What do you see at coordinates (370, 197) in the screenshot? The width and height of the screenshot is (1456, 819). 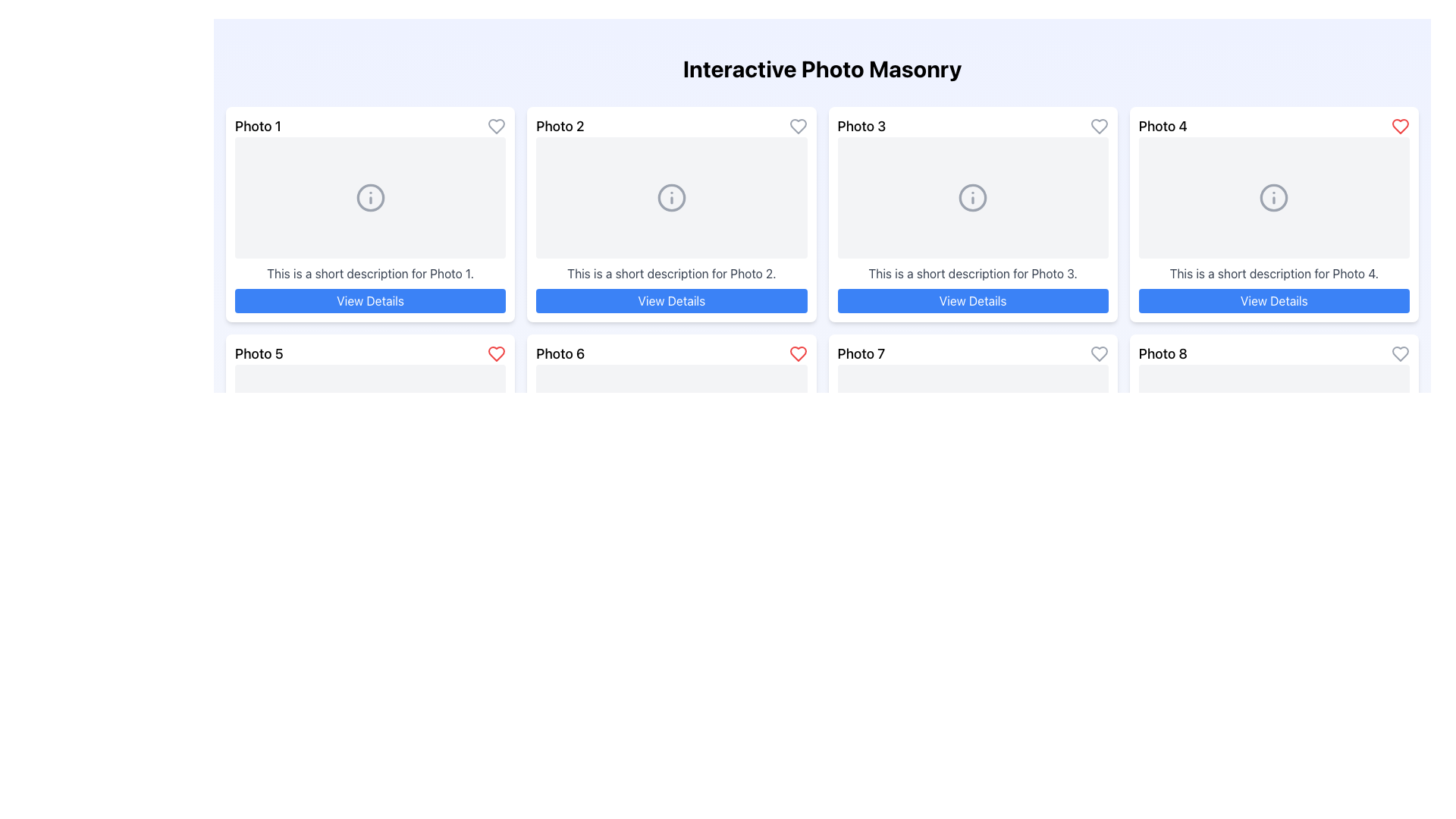 I see `the innermost circle of the information icon located in the top-left corner of the photo grid for 'Photo 1'` at bounding box center [370, 197].